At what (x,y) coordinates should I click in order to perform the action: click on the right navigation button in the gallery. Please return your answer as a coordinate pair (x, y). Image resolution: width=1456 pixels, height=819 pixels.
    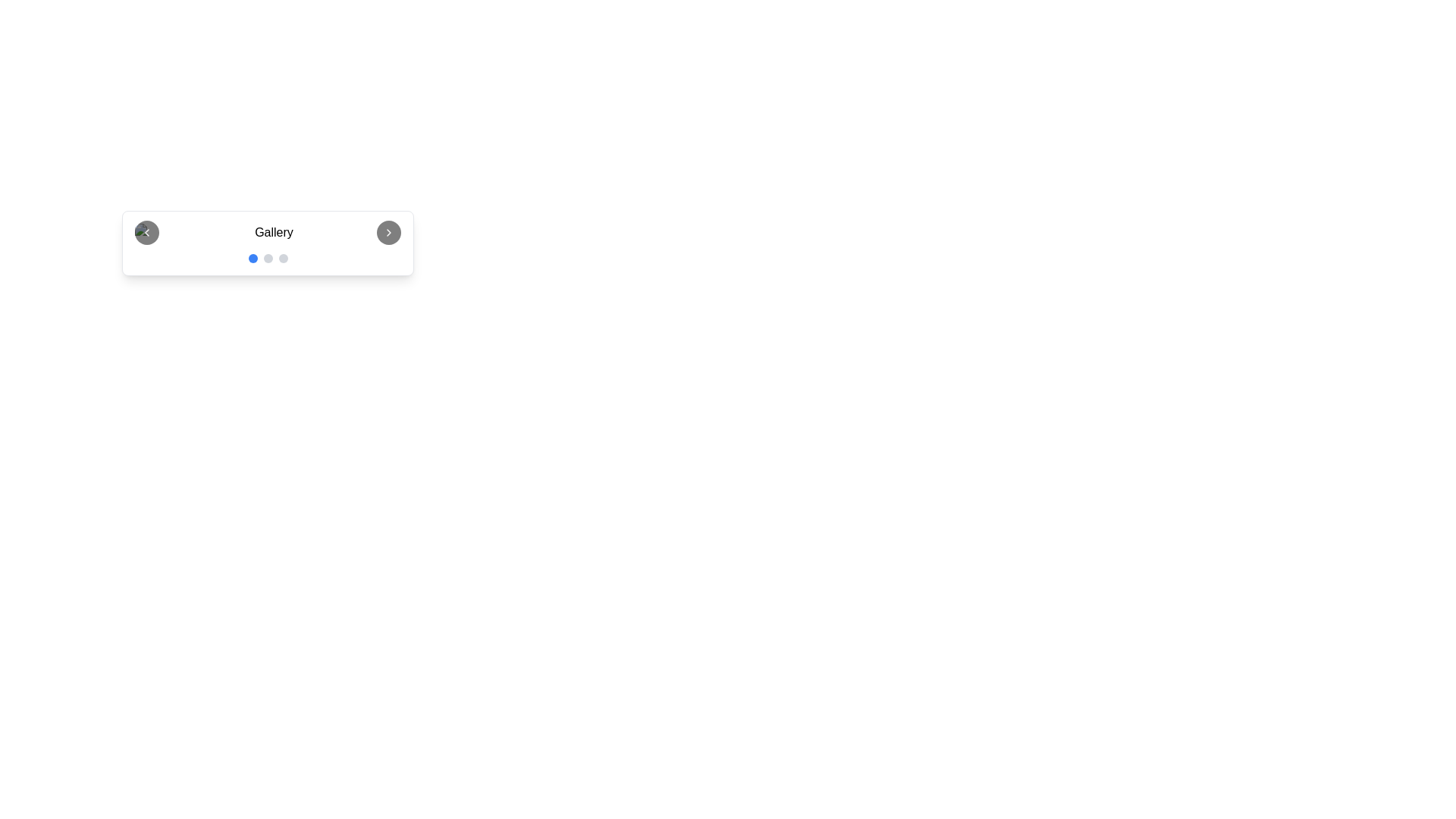
    Looking at the image, I should click on (389, 233).